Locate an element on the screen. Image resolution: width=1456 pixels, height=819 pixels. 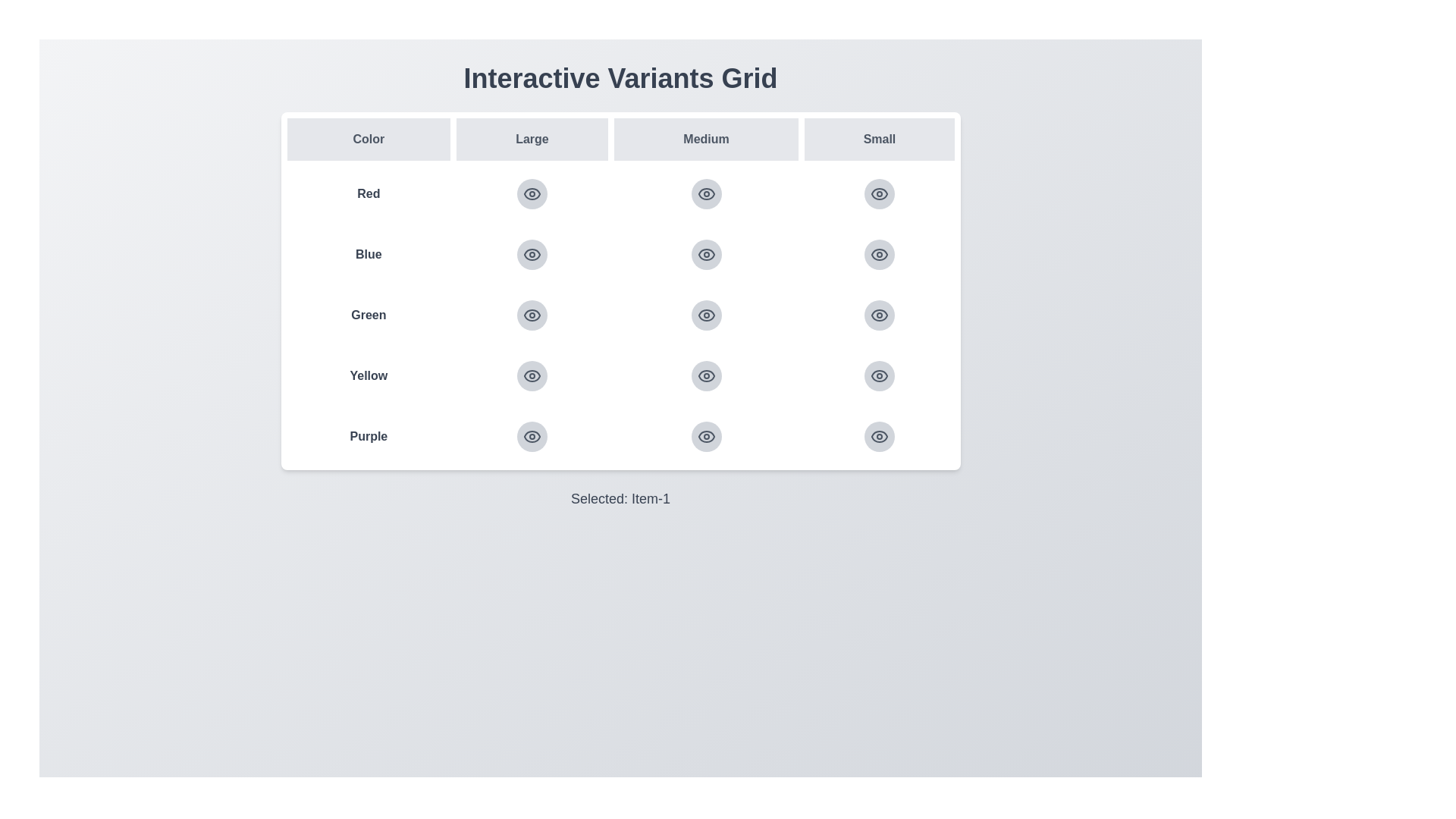
the 'Small' column header, which is styled as bold text in medium-dark gray and positioned as the fourth column header in a grid layout is located at coordinates (880, 140).